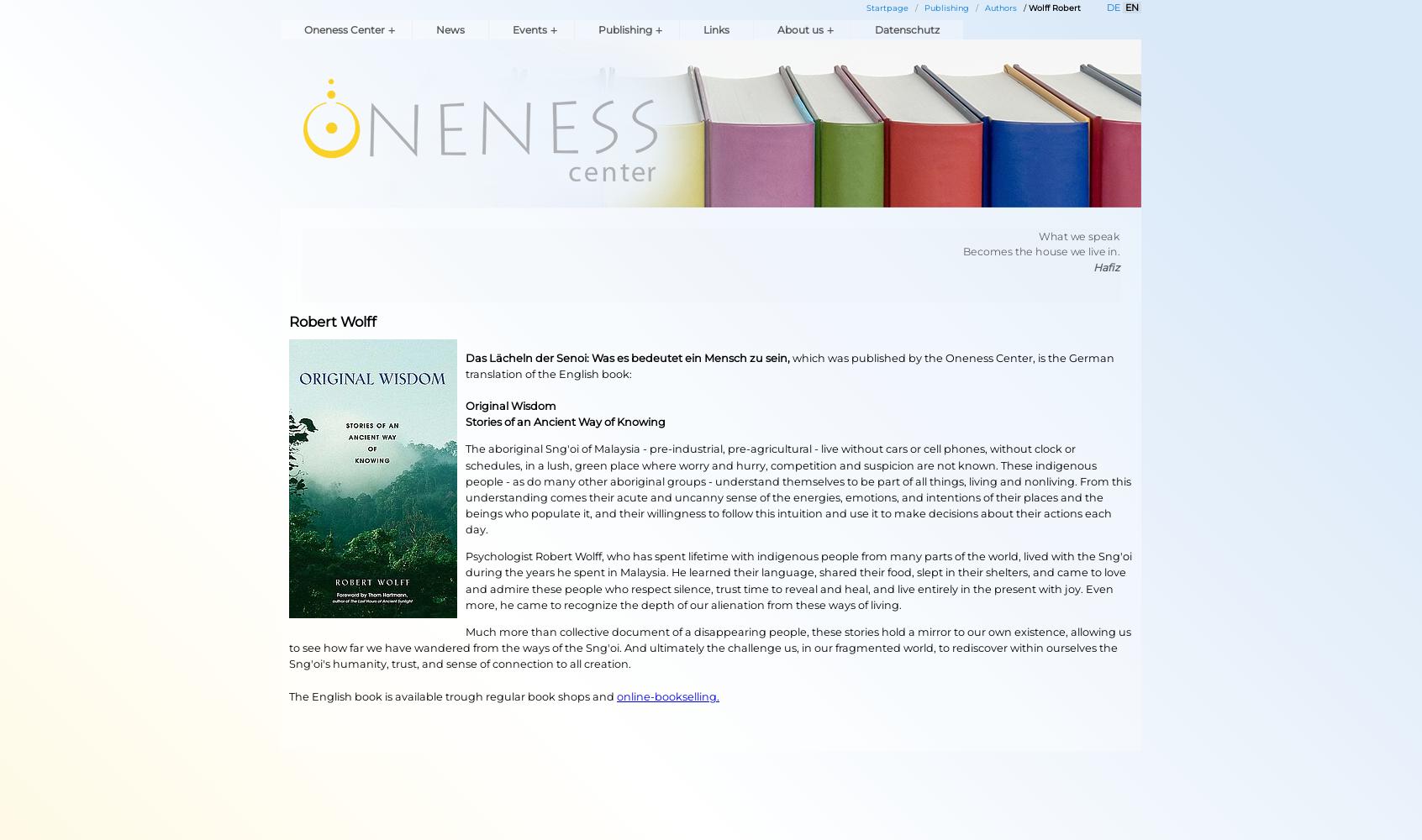 Image resolution: width=1422 pixels, height=840 pixels. Describe the element at coordinates (798, 580) in the screenshot. I see `'Psychologist Robert Wolff, who has spent lifetime with indigenous people from many parts of the world, lived with the Sng'oi during the years he spent in Malaysia. He learned their language, shared their food, slept in their shelters, and came to love and admire these people who respect silence, trust time to reveal and heal, and live entirely in the present with joy. Even more, he came to recognize the depth of our alienation from these ways of living.'` at that location.